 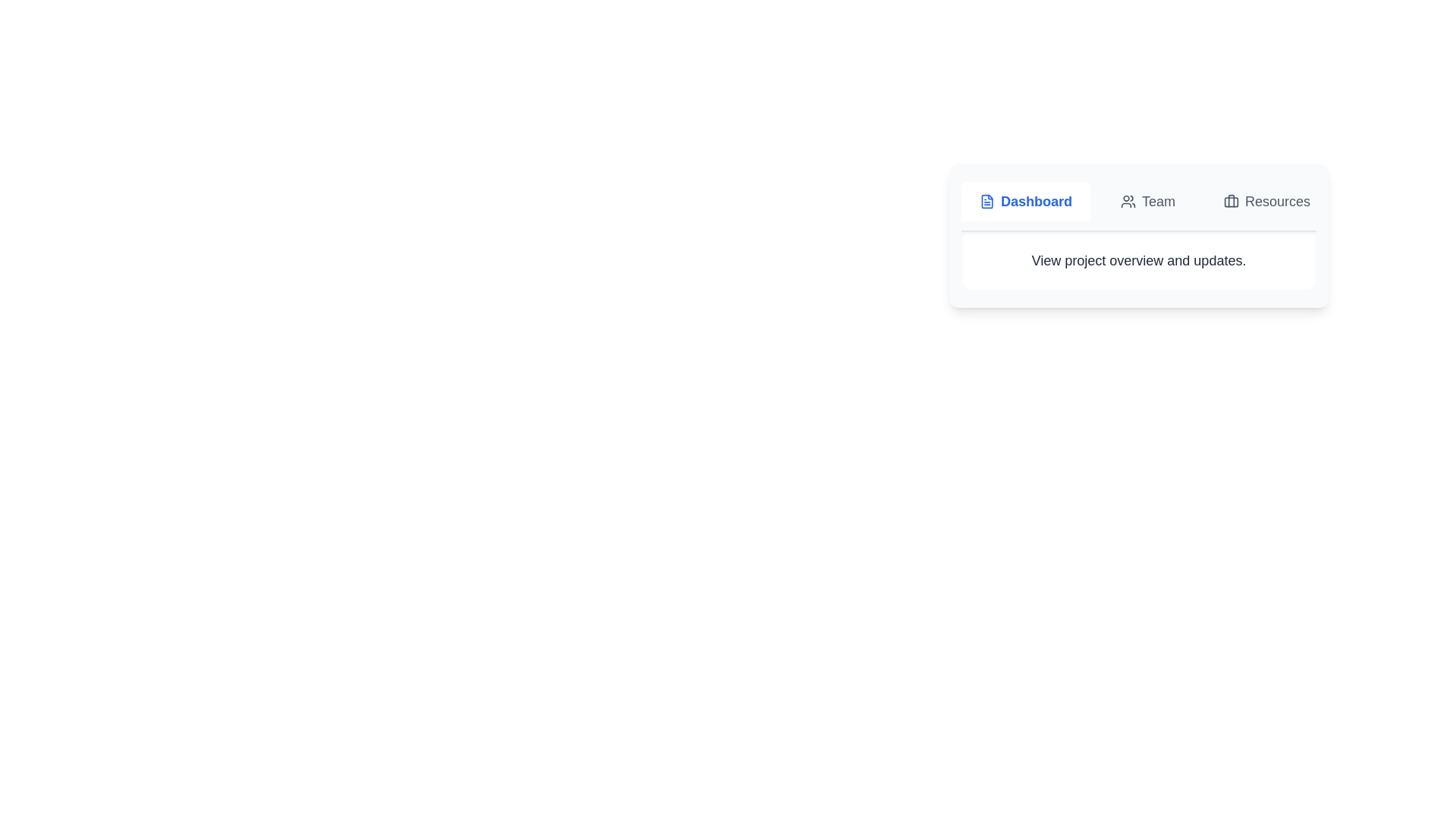 What do you see at coordinates (1148, 201) in the screenshot?
I see `the tab labeled 'Team' to activate it and observe the visual change` at bounding box center [1148, 201].